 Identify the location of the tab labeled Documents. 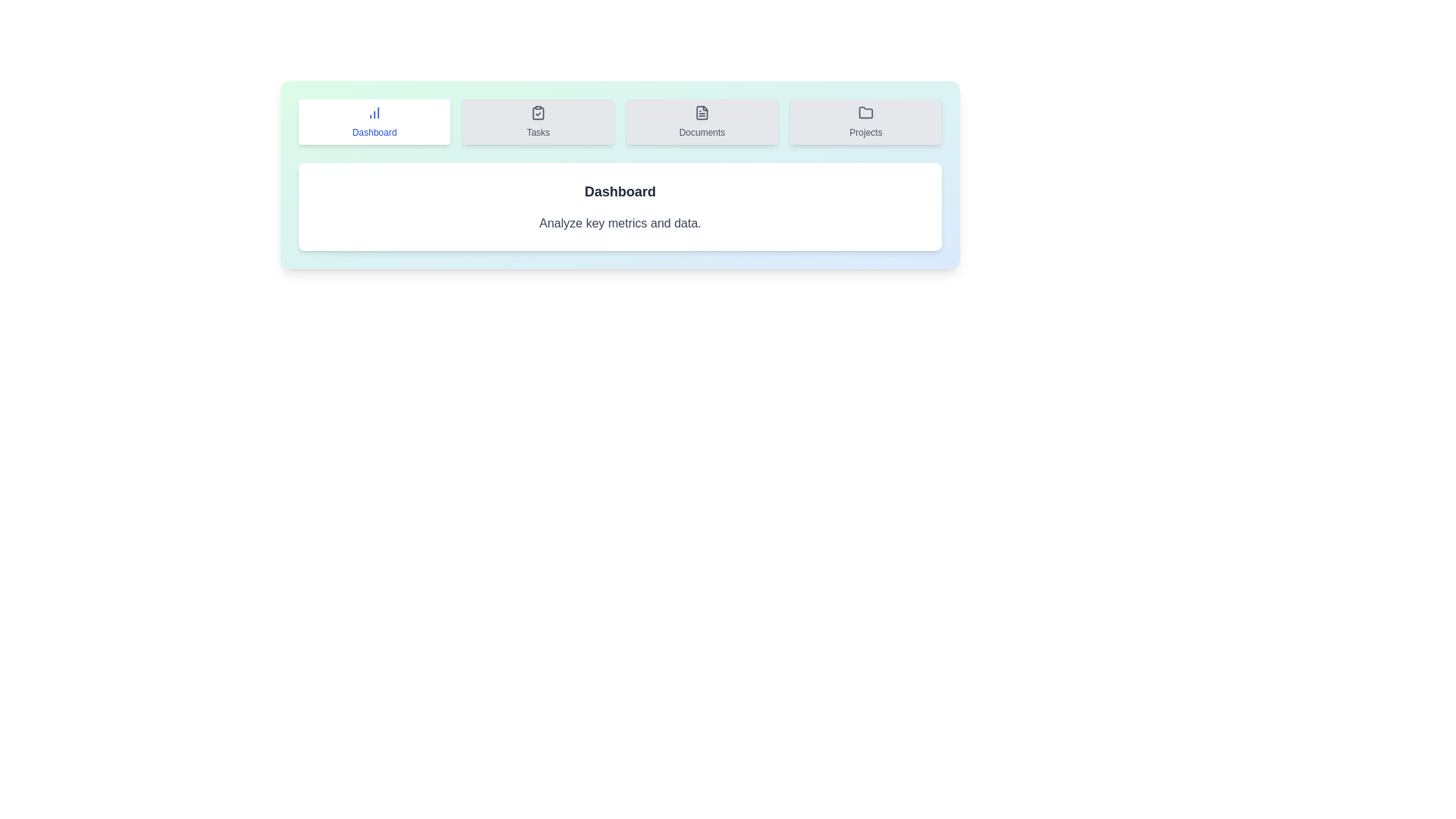
(701, 121).